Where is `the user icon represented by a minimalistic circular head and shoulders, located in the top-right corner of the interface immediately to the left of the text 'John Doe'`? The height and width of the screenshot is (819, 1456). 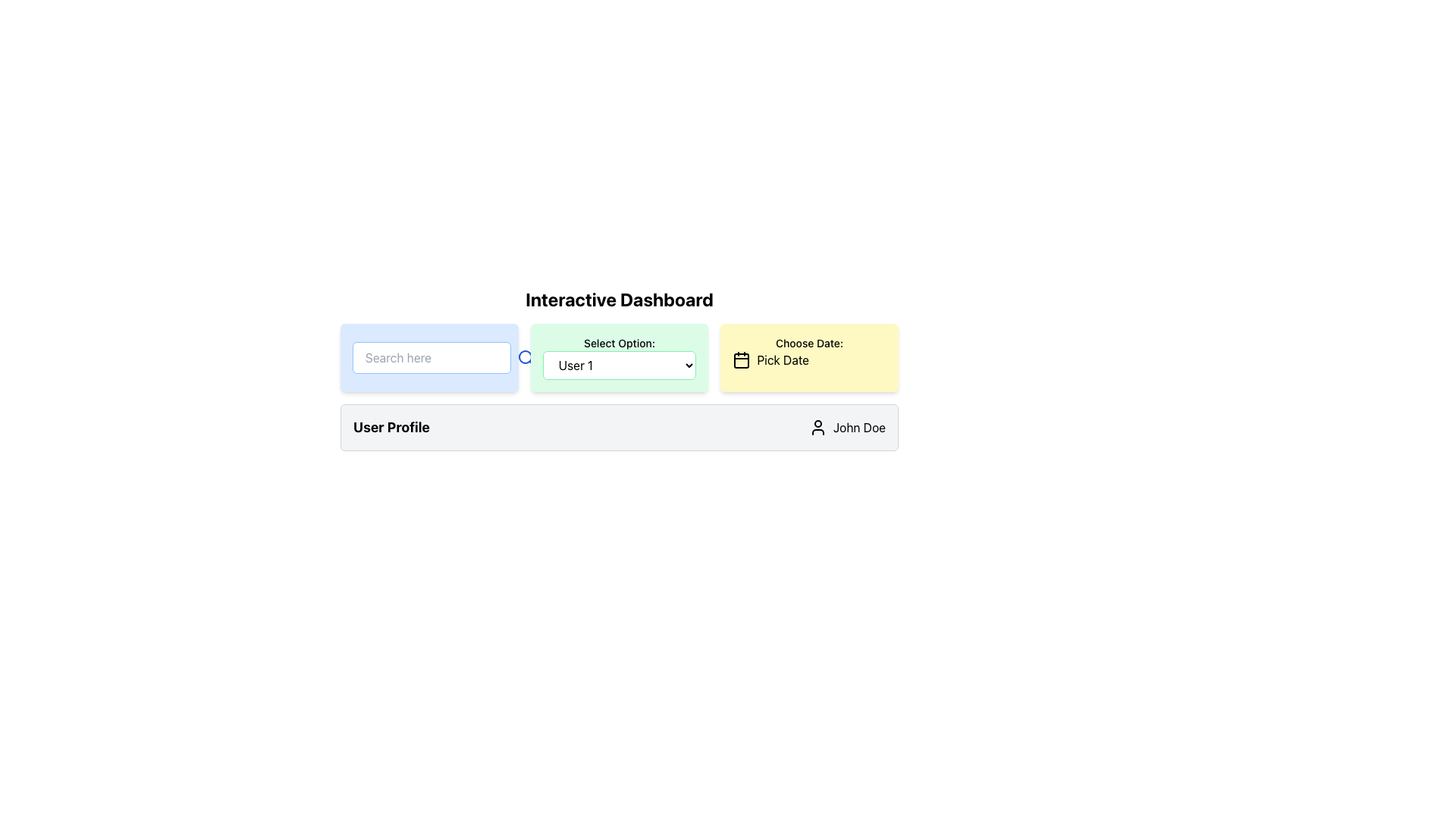 the user icon represented by a minimalistic circular head and shoulders, located in the top-right corner of the interface immediately to the left of the text 'John Doe' is located at coordinates (817, 427).